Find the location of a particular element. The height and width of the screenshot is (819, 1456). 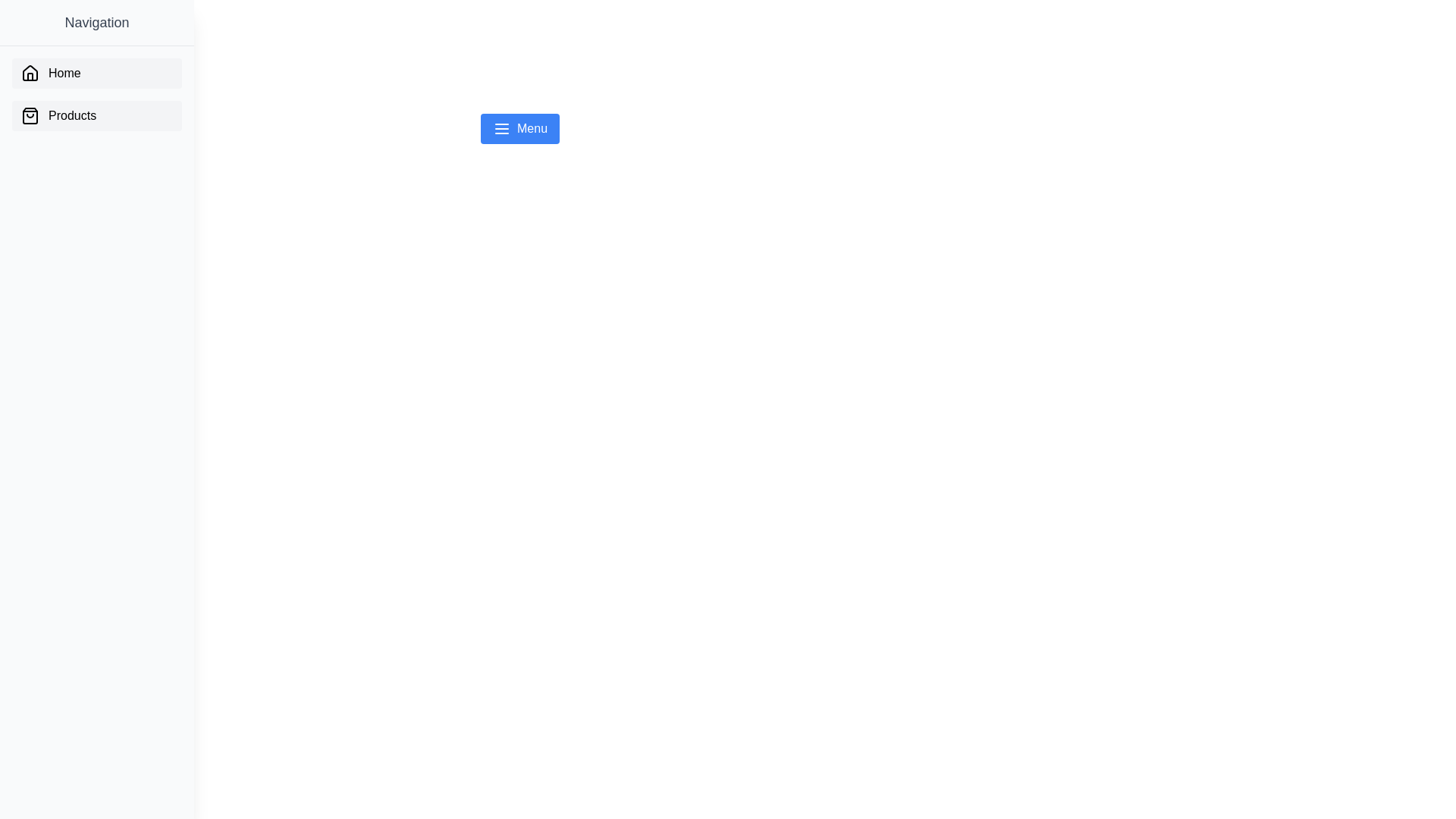

the blue 'Menu' button to toggle the drawer menu visibility is located at coordinates (520, 127).